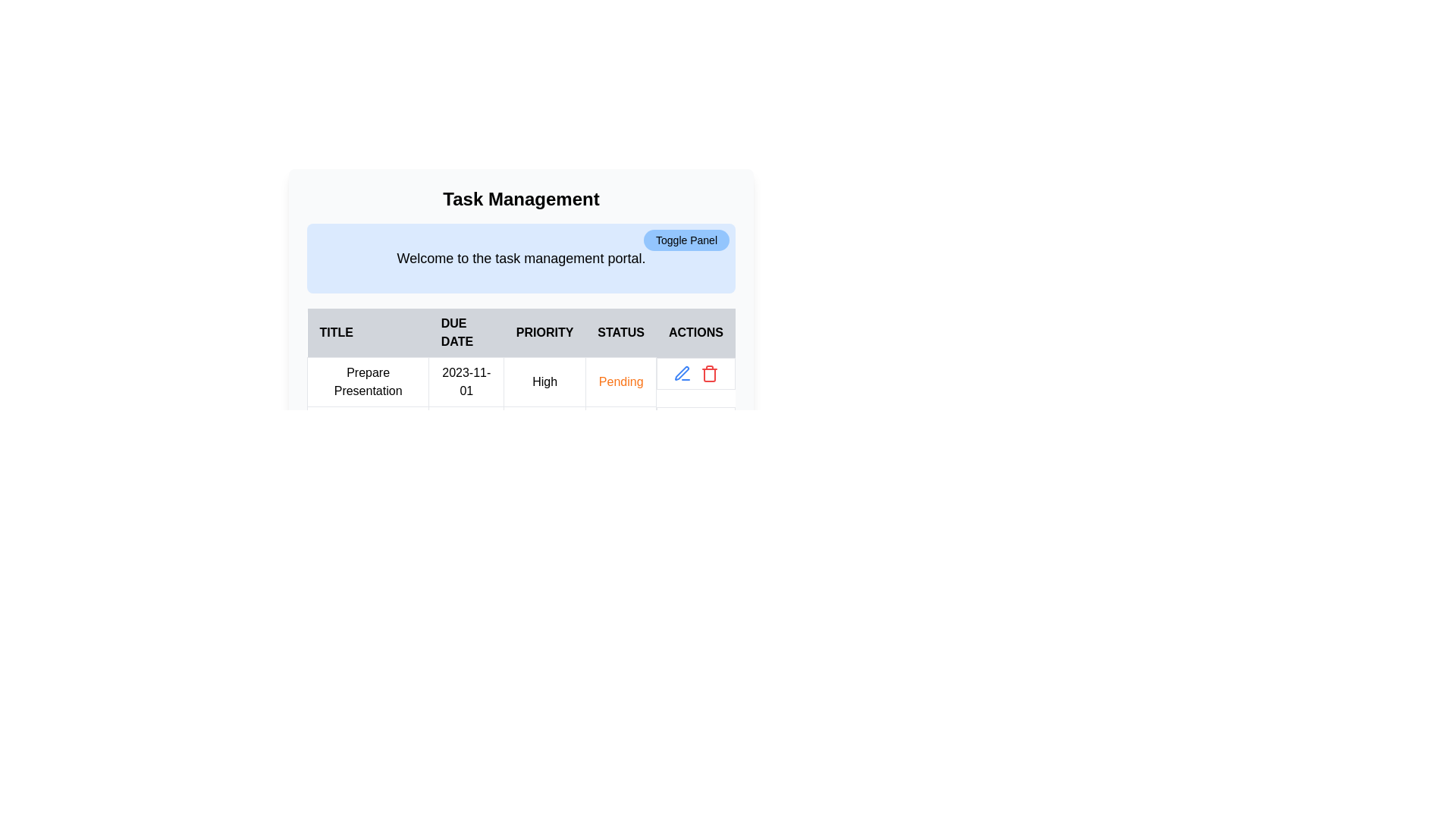 This screenshot has width=1456, height=819. What do you see at coordinates (686, 239) in the screenshot?
I see `the rounded rectangular button with a light blue background and the text 'Toggle Panel'` at bounding box center [686, 239].